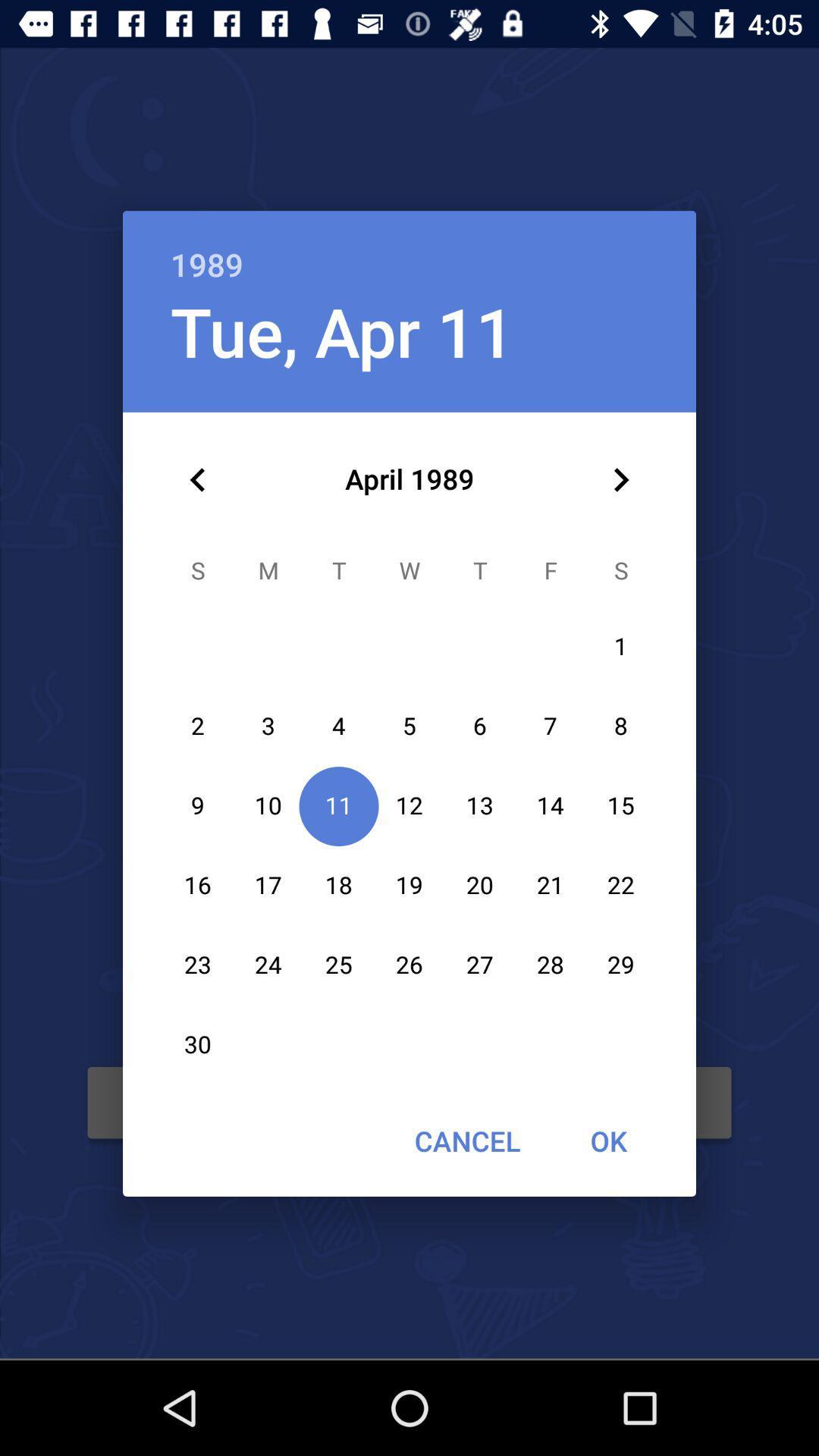 This screenshot has height=1456, width=819. I want to click on the icon at the top right corner, so click(620, 479).